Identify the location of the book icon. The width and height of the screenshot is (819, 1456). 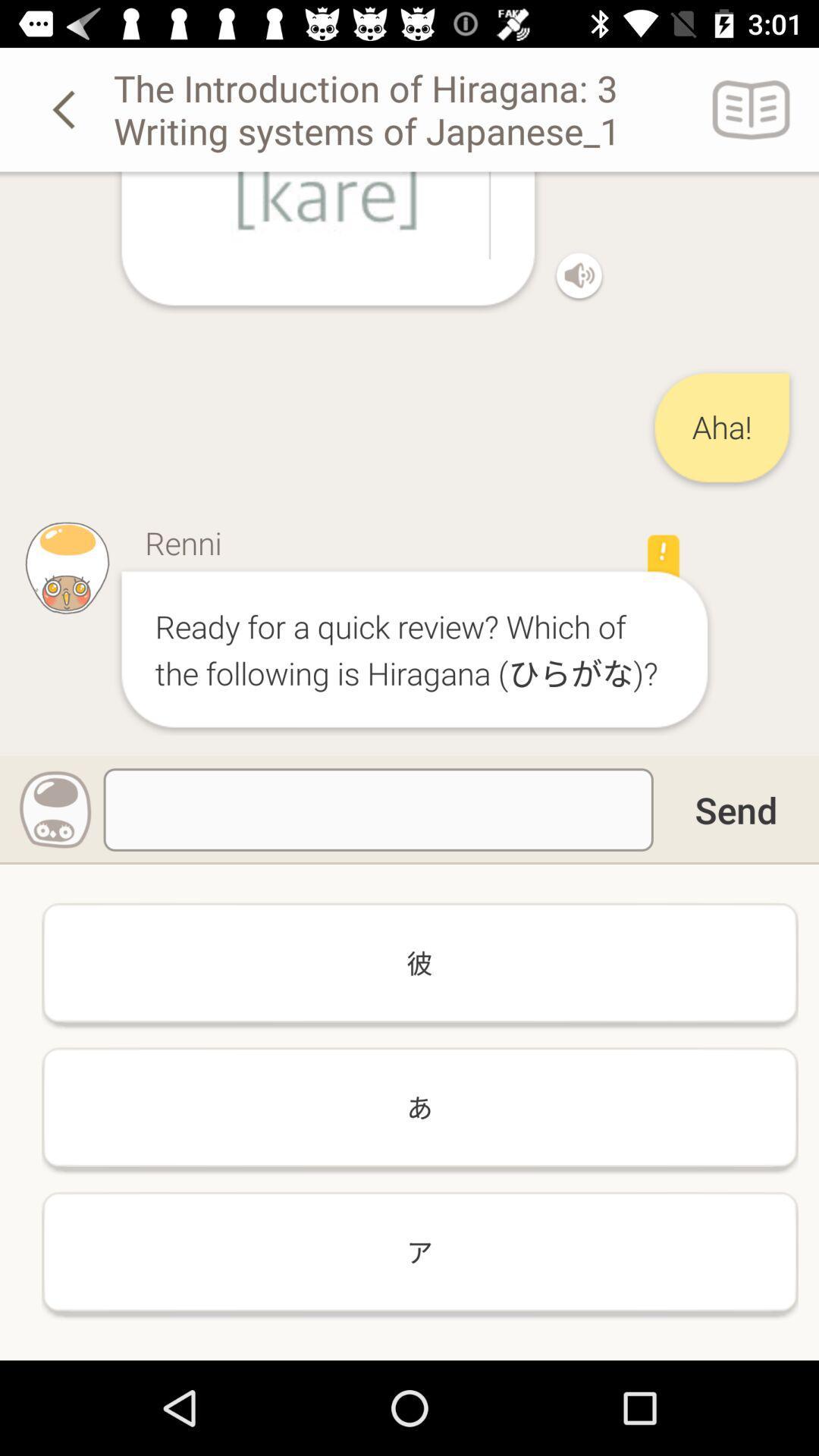
(752, 108).